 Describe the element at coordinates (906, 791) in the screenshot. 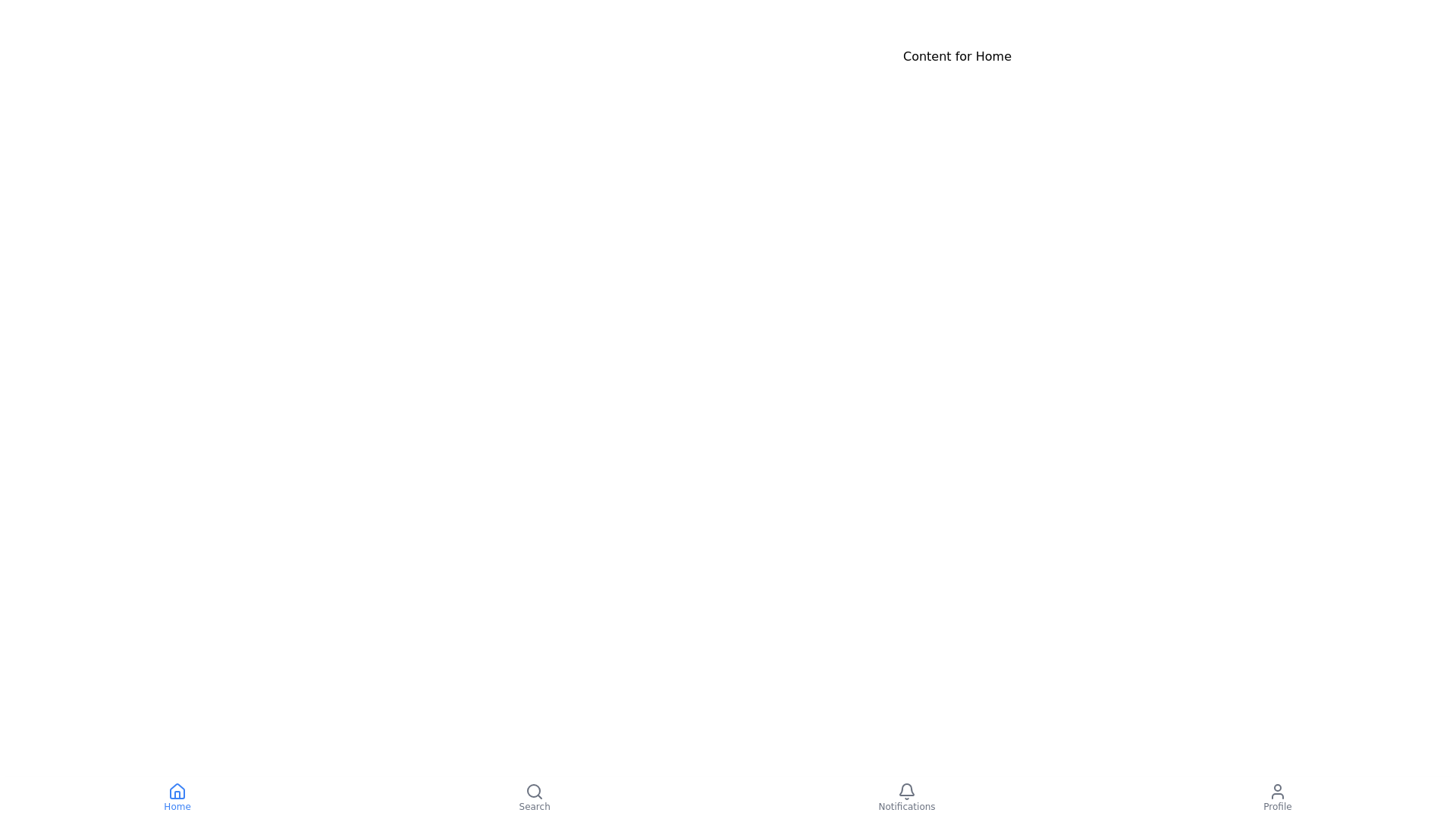

I see `the bell-shaped notification icon located at the bottom-right corner of the interface to get more information` at that location.